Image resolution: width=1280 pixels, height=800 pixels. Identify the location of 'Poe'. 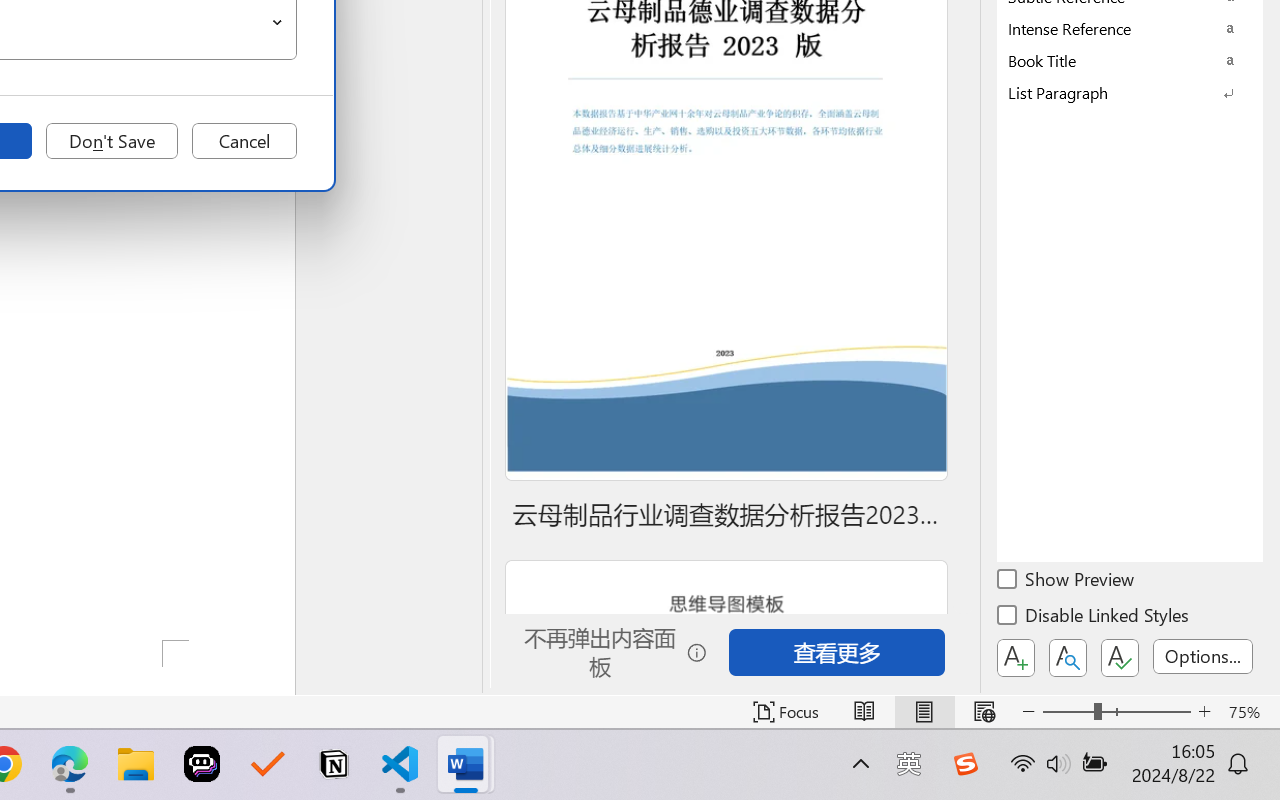
(202, 764).